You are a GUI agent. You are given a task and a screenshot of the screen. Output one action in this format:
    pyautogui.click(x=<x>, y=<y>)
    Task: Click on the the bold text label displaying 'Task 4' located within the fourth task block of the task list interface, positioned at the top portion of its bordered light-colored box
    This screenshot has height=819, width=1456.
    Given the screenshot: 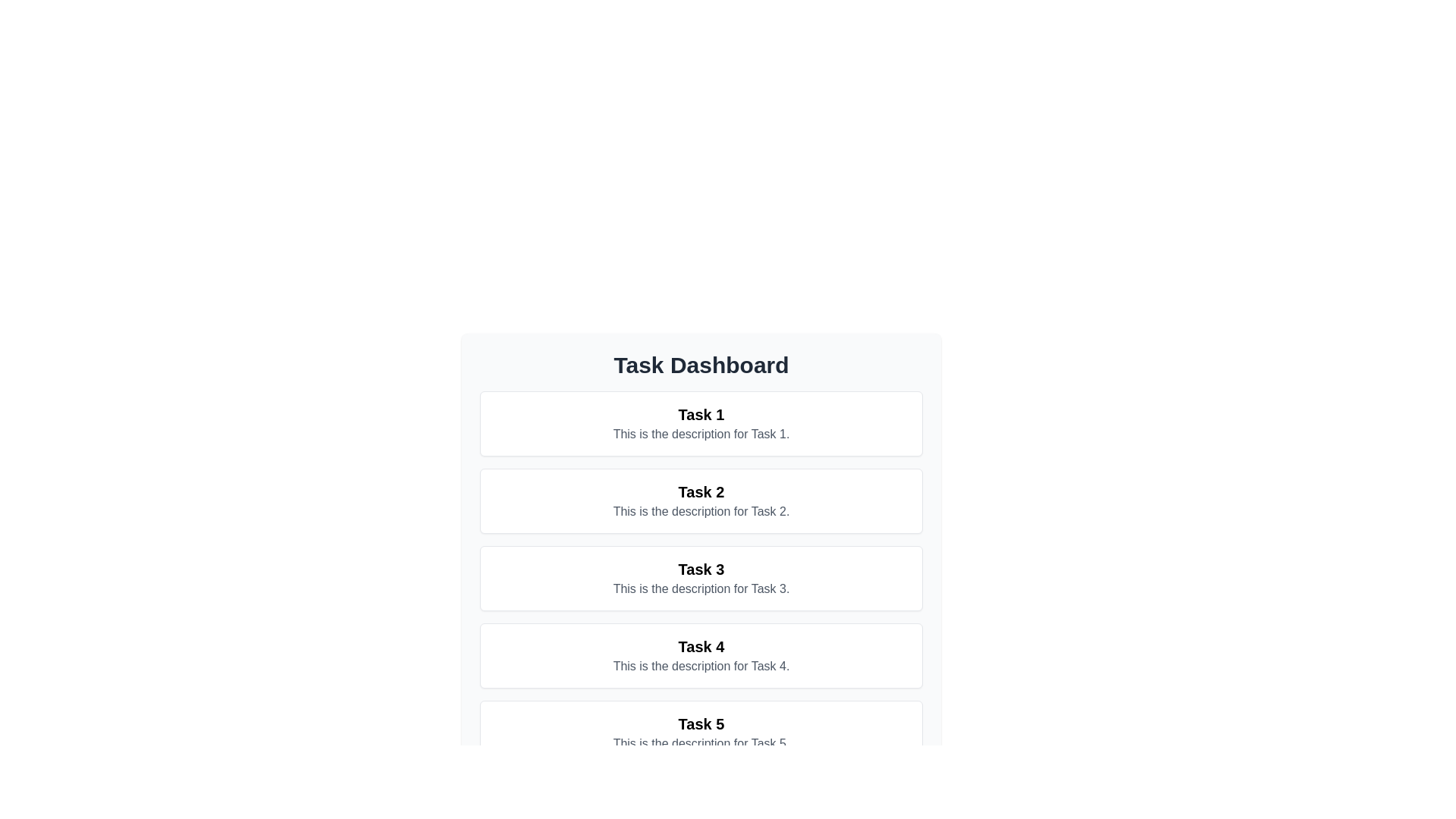 What is the action you would take?
    pyautogui.click(x=701, y=646)
    